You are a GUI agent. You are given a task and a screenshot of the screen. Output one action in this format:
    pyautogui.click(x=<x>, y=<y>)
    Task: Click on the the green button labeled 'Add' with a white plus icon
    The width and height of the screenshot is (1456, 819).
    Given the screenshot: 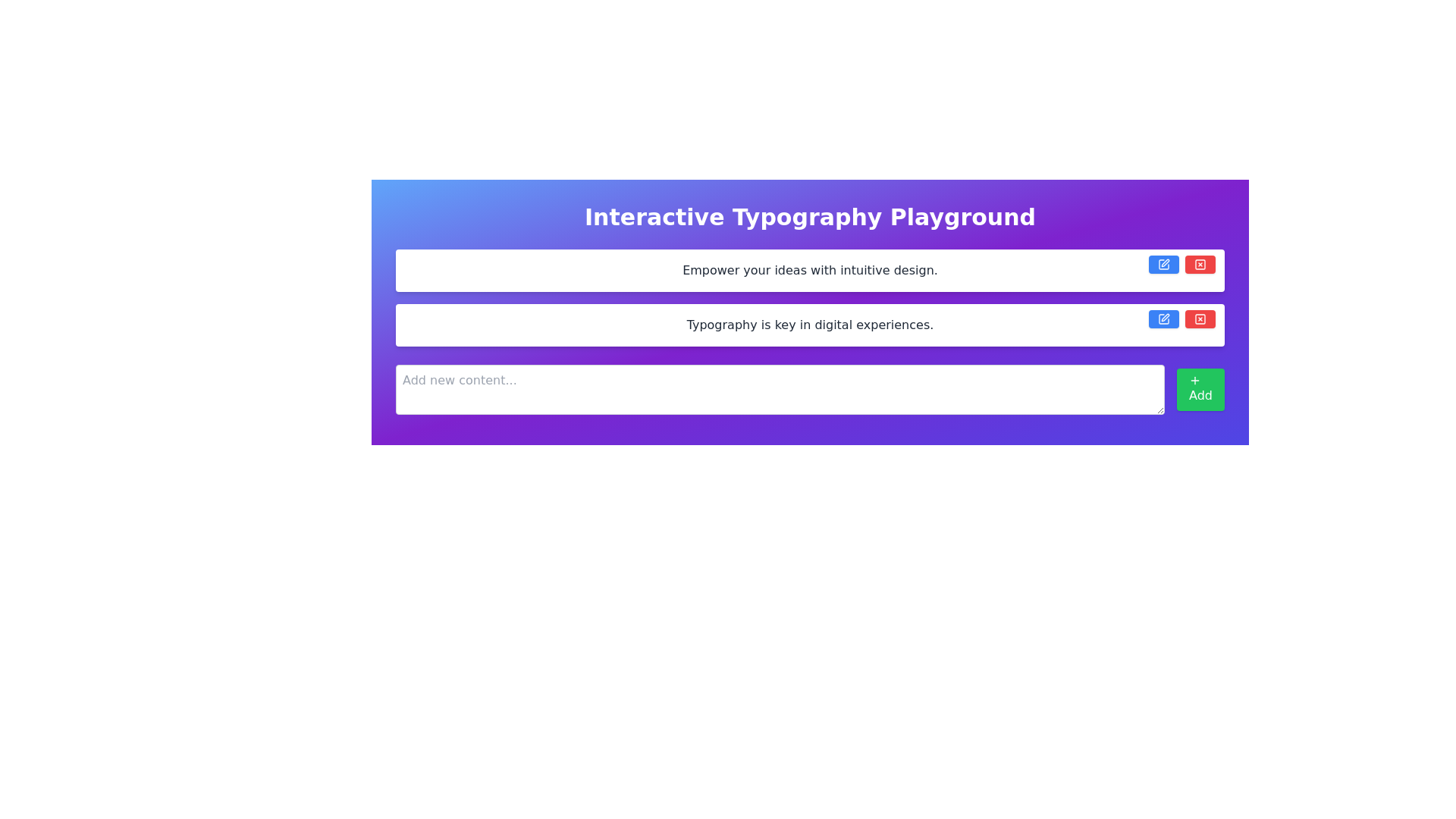 What is the action you would take?
    pyautogui.click(x=1200, y=388)
    